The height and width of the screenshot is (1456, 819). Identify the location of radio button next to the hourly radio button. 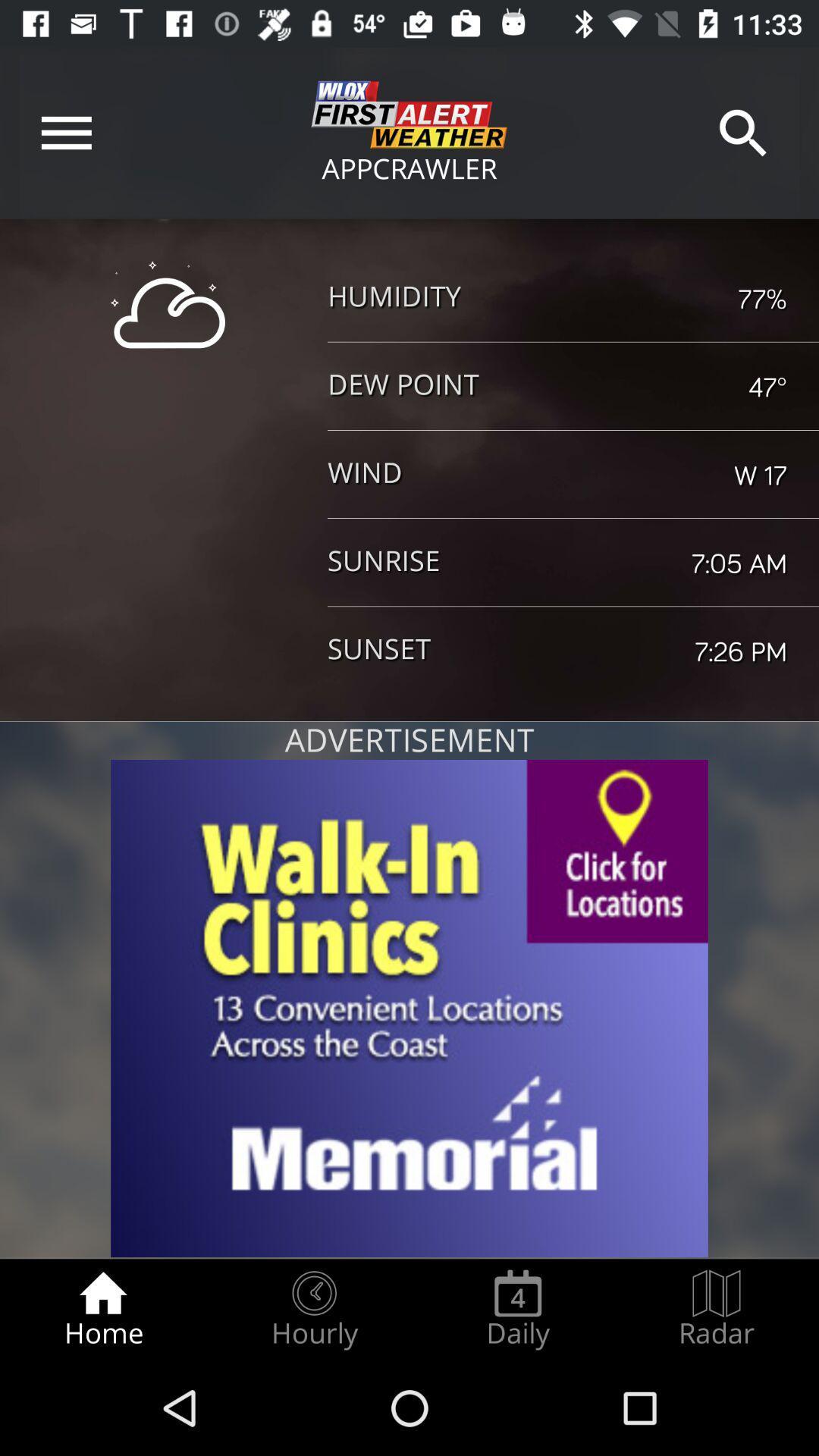
(517, 1309).